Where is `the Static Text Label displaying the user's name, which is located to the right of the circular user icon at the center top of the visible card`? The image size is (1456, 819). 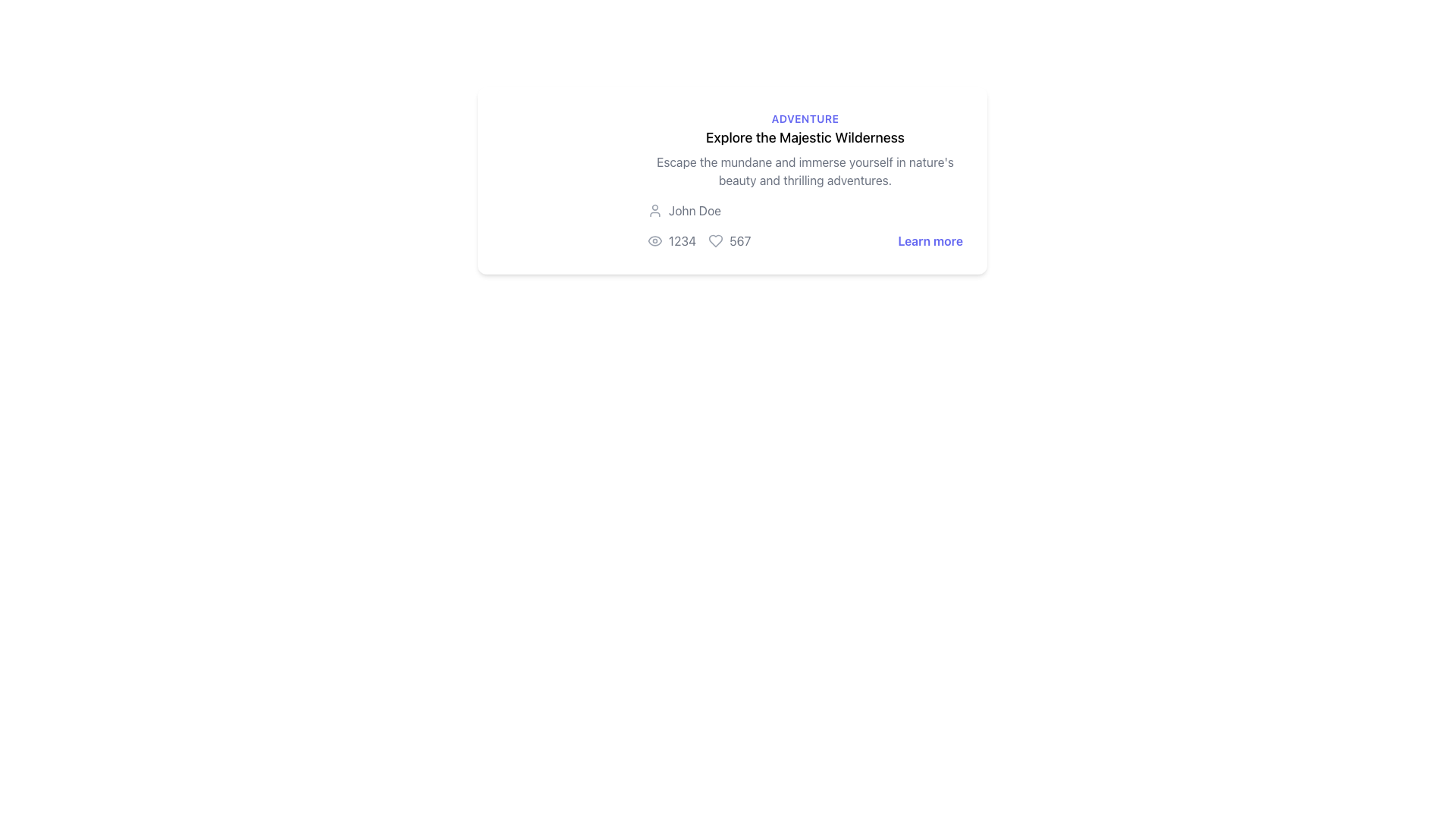 the Static Text Label displaying the user's name, which is located to the right of the circular user icon at the center top of the visible card is located at coordinates (694, 210).